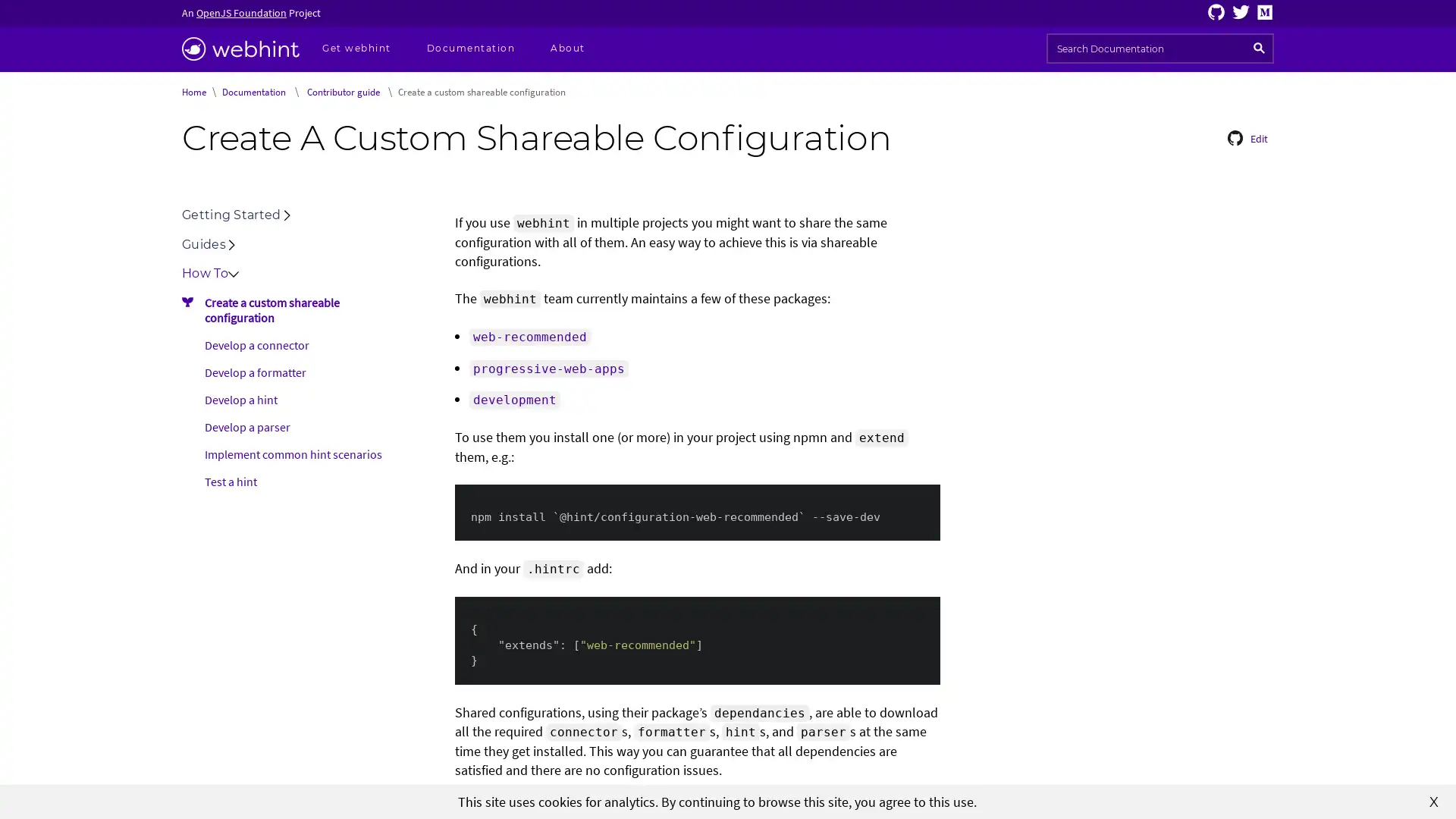 This screenshot has height=819, width=1456. What do you see at coordinates (1259, 48) in the screenshot?
I see `search` at bounding box center [1259, 48].